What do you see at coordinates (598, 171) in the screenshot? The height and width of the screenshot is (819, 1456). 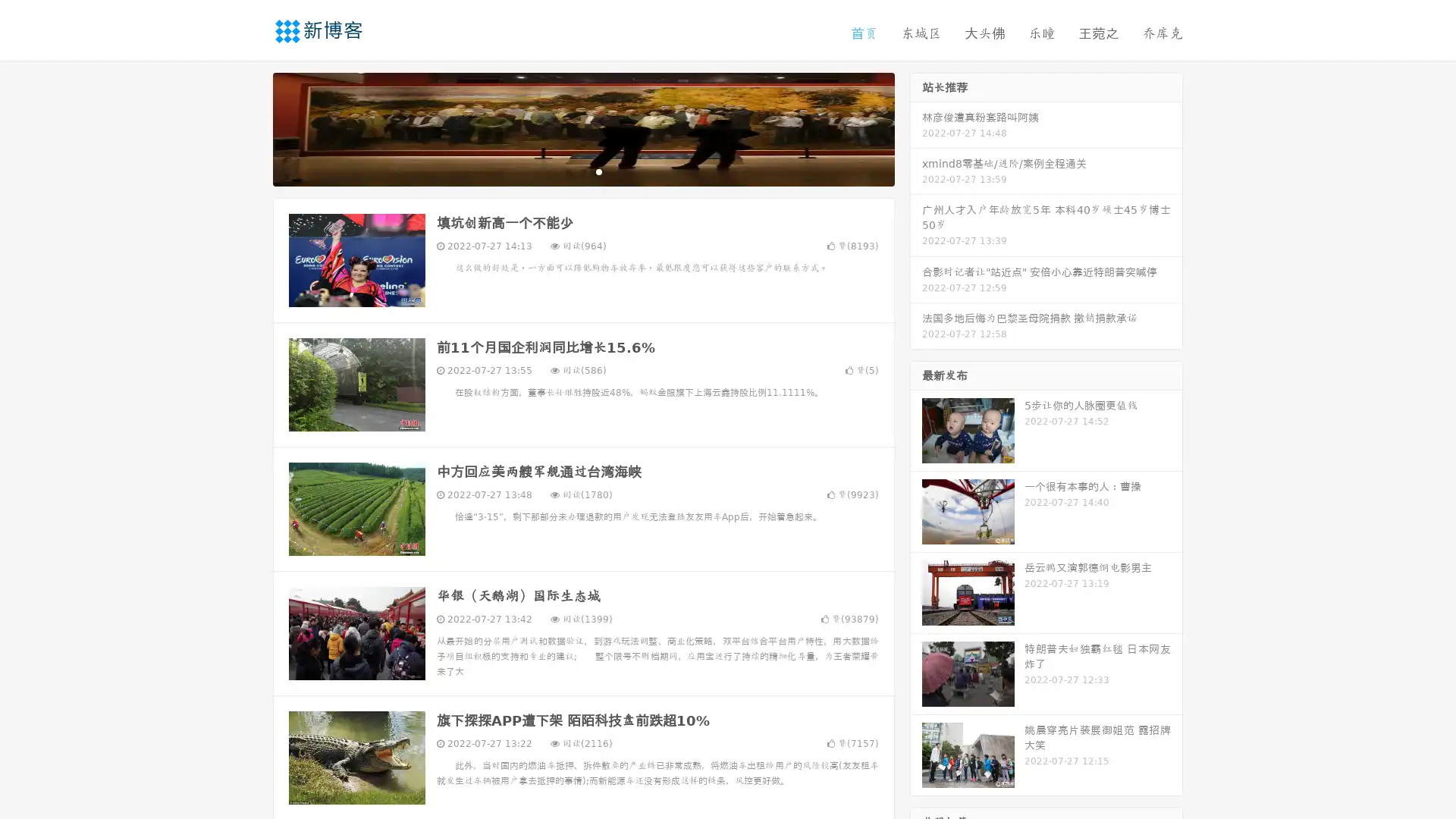 I see `Go to slide 3` at bounding box center [598, 171].